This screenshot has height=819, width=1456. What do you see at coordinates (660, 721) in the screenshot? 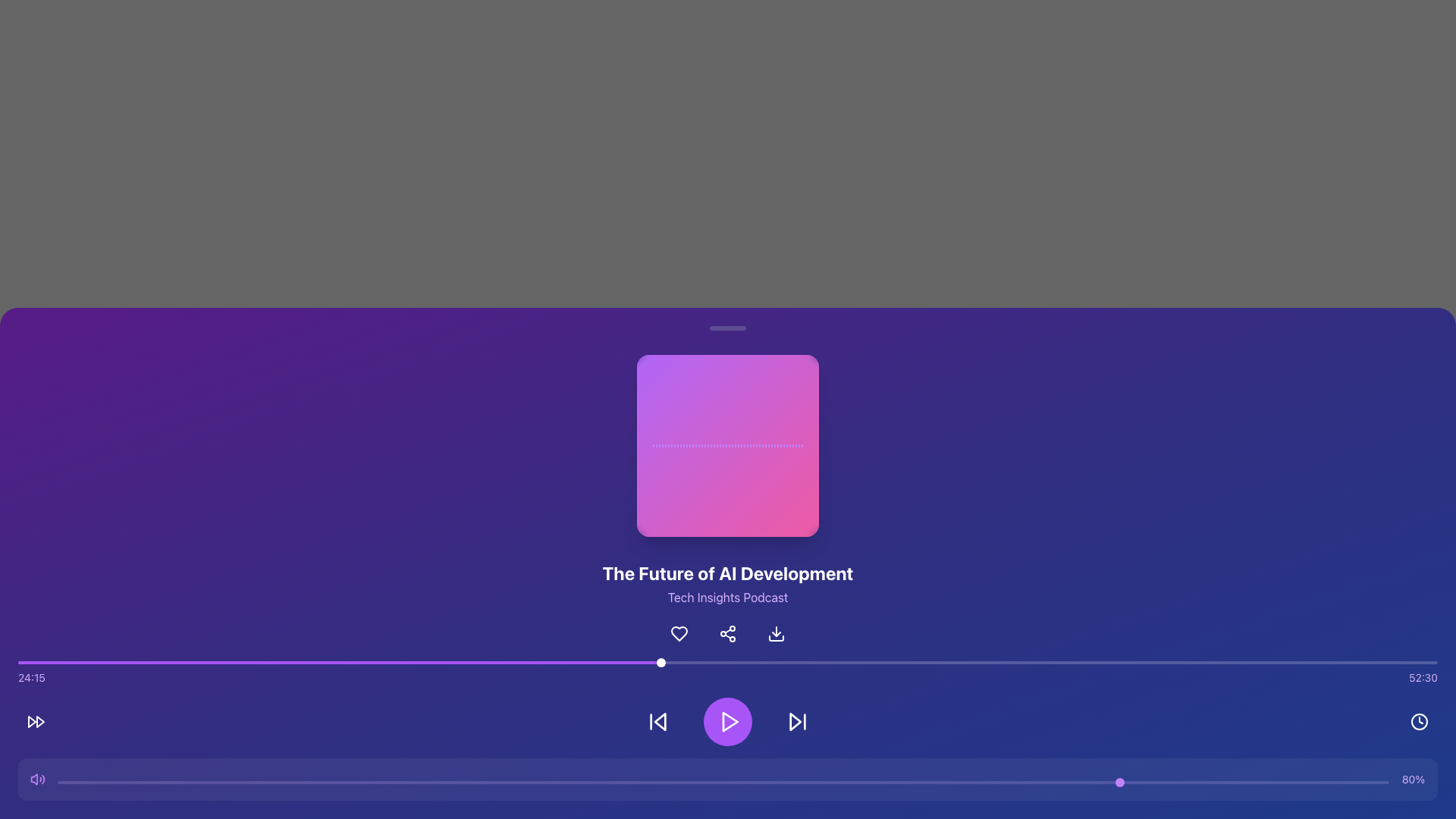
I see `the left-pointing triangular arrow icon button, located on the bottom control bar, to explore advanced options if supported` at bounding box center [660, 721].